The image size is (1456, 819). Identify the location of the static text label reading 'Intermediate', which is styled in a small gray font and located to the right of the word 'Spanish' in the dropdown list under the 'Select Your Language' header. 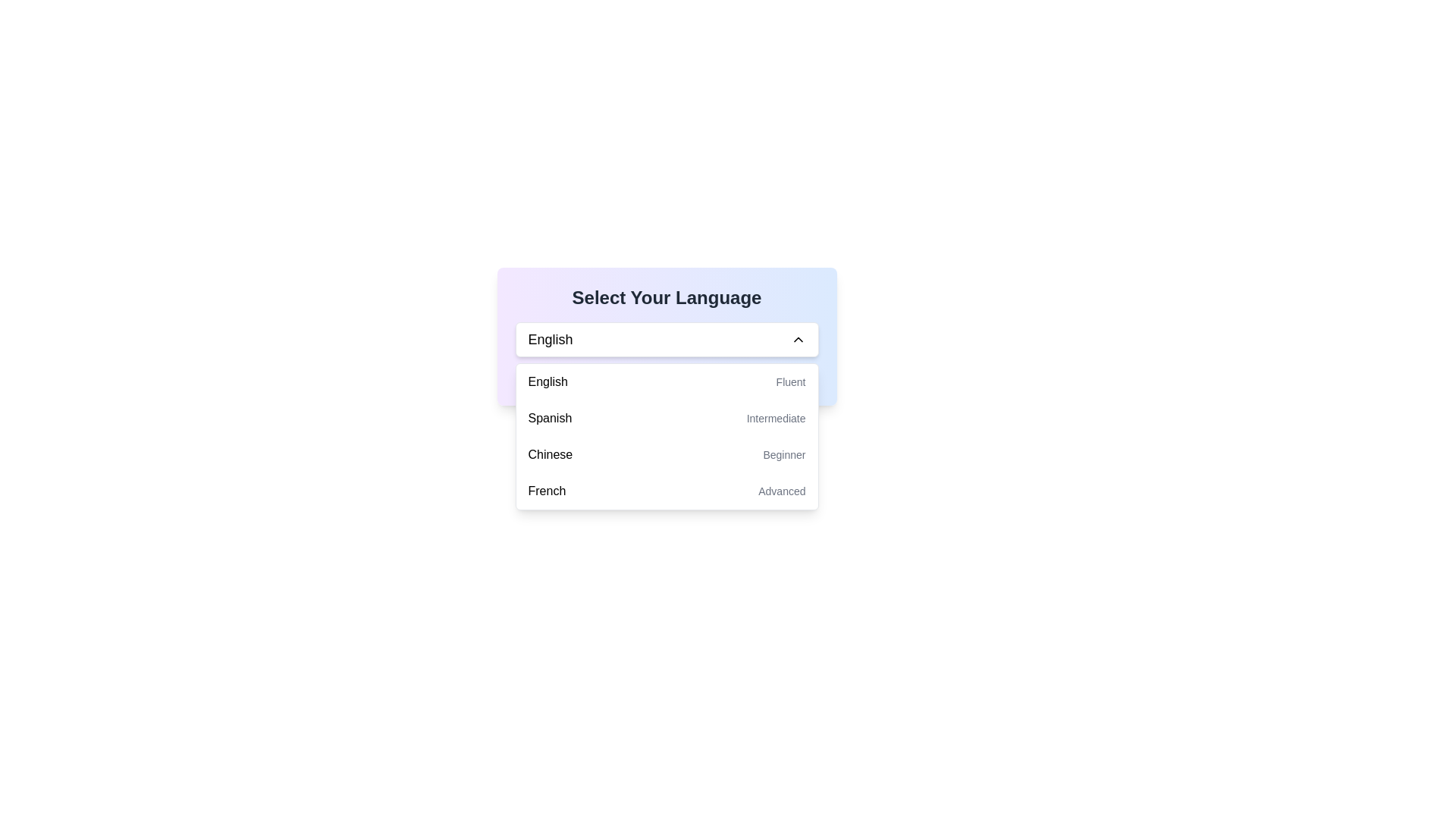
(776, 418).